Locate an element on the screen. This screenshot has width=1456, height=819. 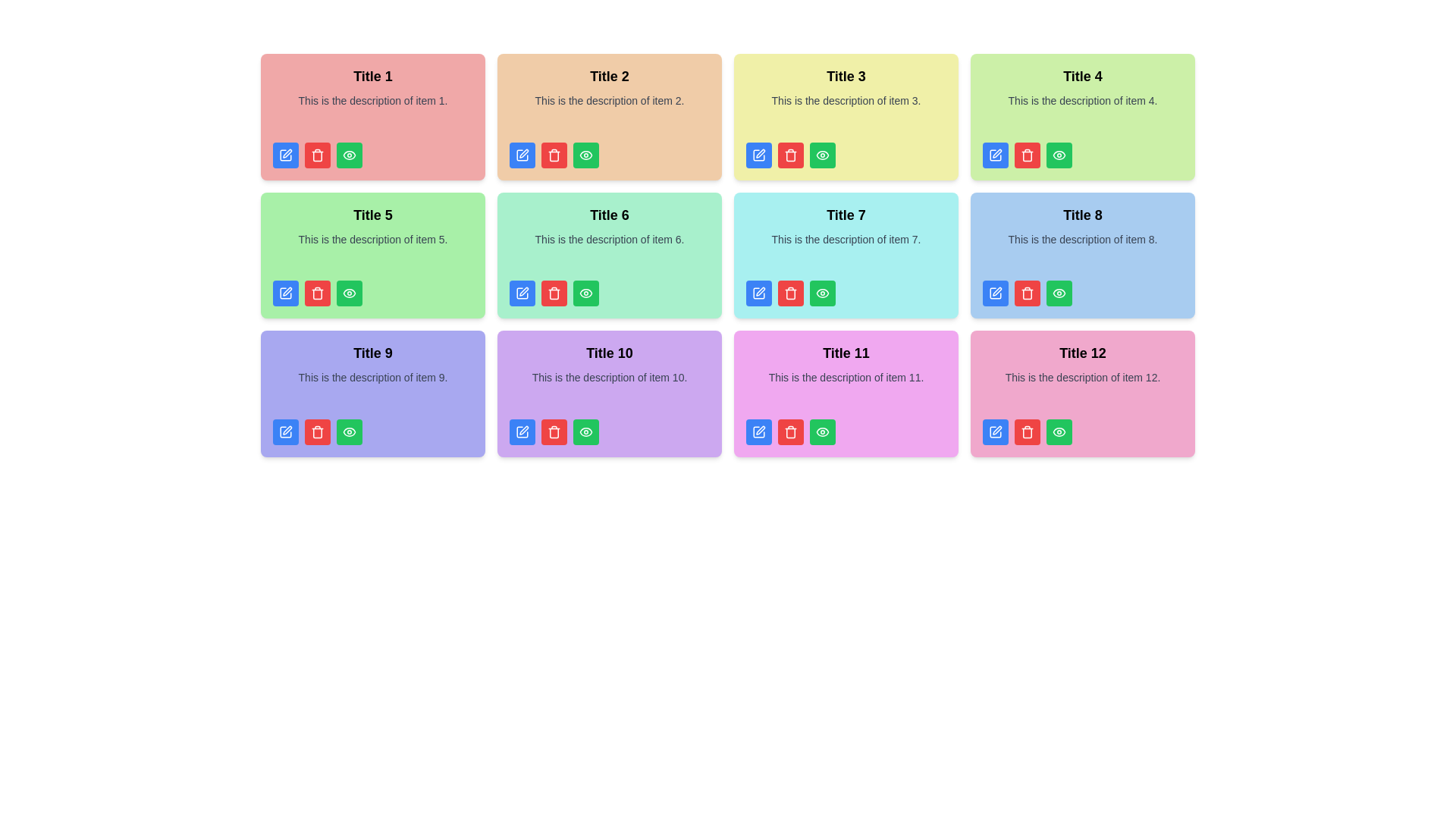
the blue button with a stylized pen icon in the bottom-left segment of the 'Title 11' card is located at coordinates (759, 431).